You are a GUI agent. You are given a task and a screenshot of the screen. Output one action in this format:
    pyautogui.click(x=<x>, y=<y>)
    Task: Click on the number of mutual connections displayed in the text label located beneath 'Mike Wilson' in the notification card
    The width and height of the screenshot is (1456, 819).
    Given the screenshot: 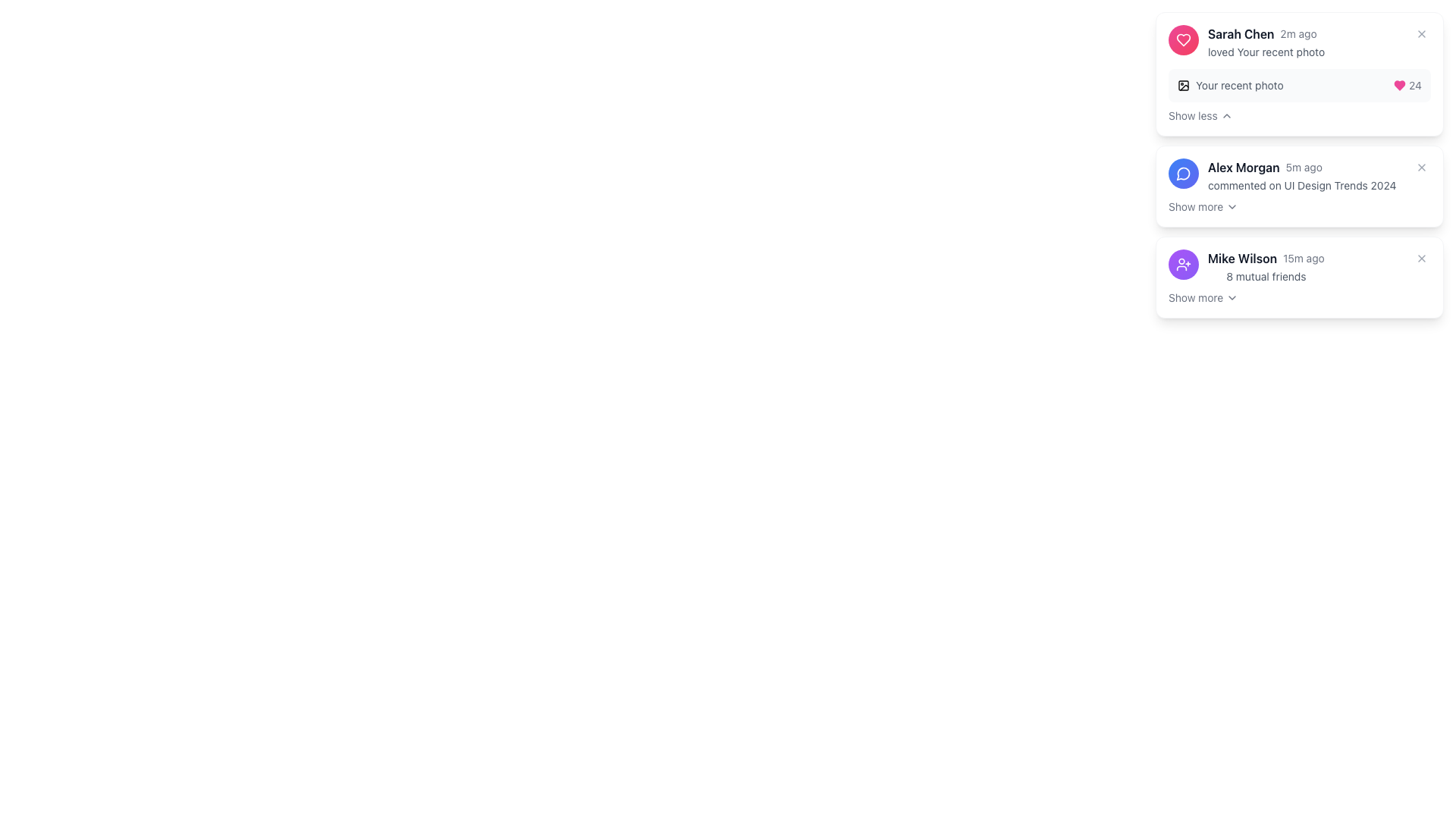 What is the action you would take?
    pyautogui.click(x=1266, y=277)
    